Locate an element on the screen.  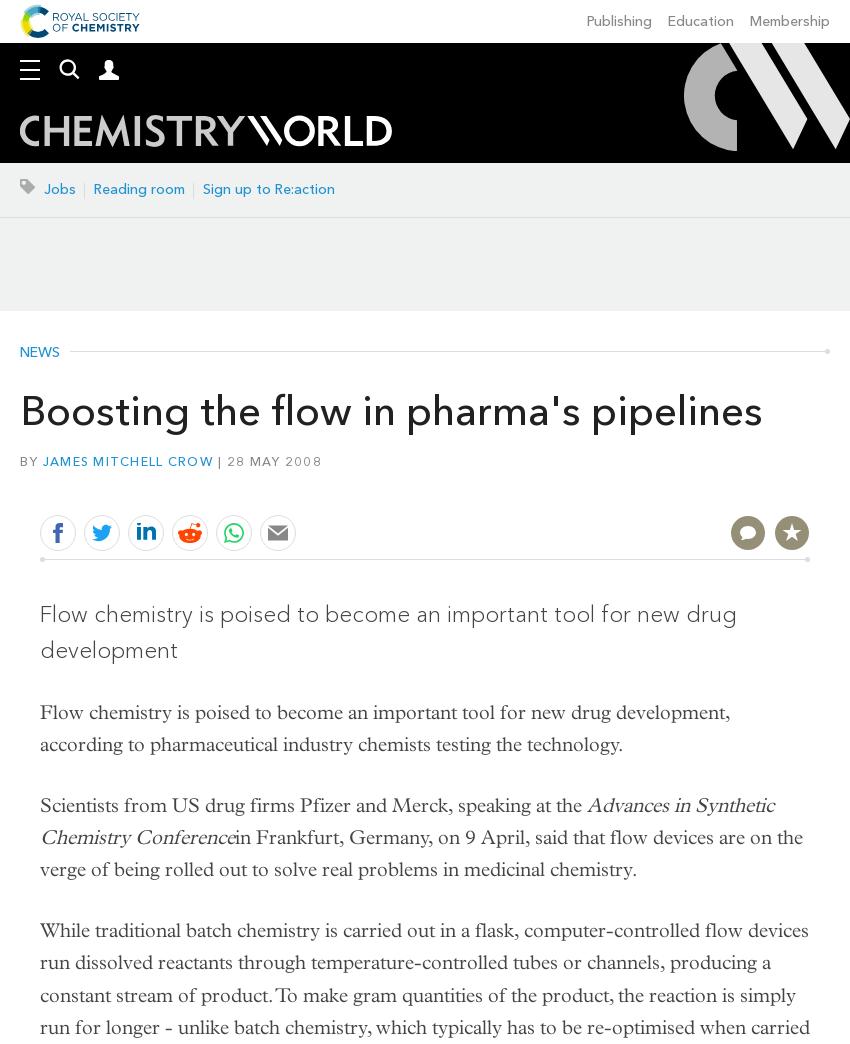
'Publishing' is located at coordinates (587, 19).